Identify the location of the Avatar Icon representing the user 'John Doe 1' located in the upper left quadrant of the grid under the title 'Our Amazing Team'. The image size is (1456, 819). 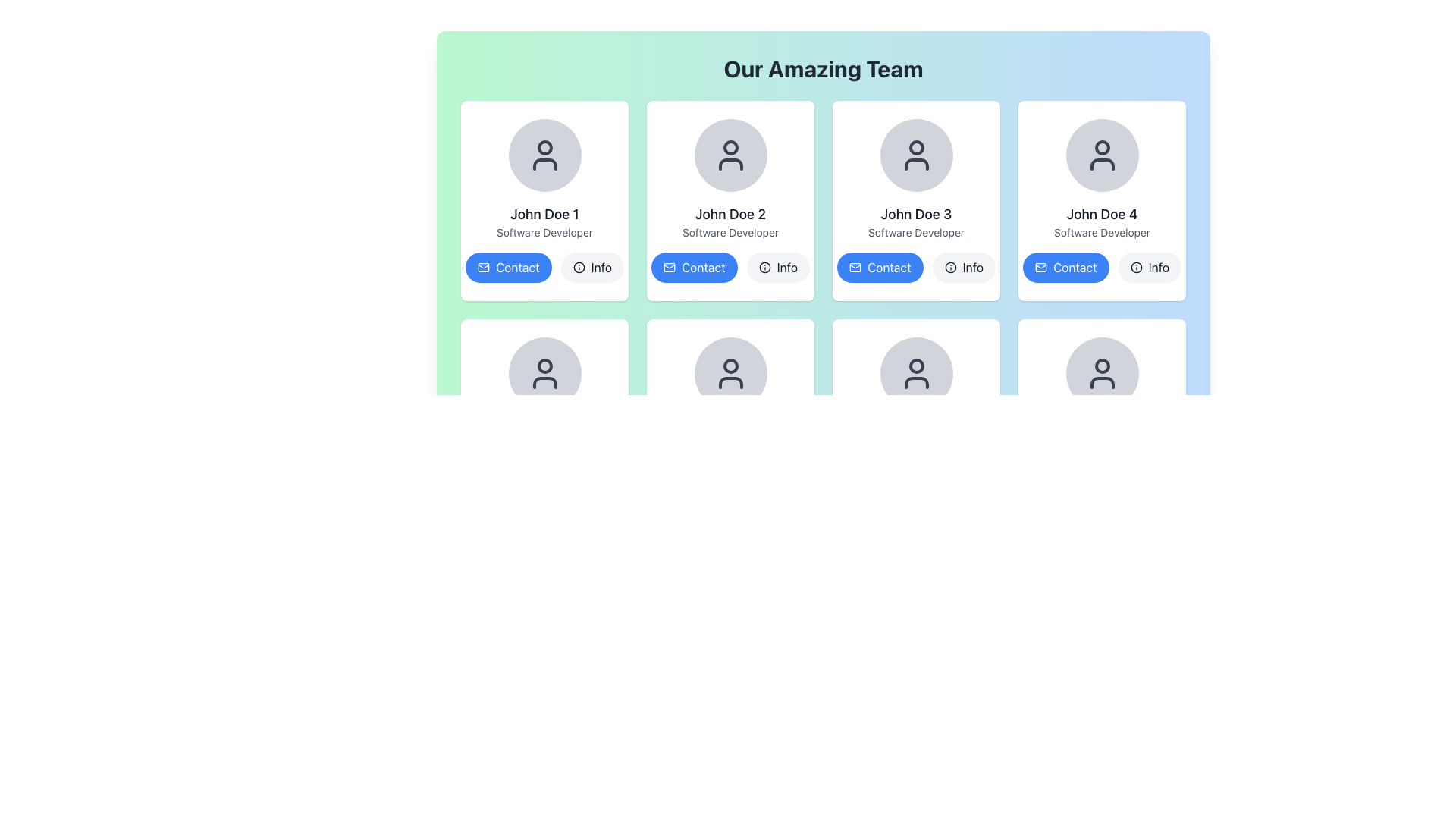
(544, 155).